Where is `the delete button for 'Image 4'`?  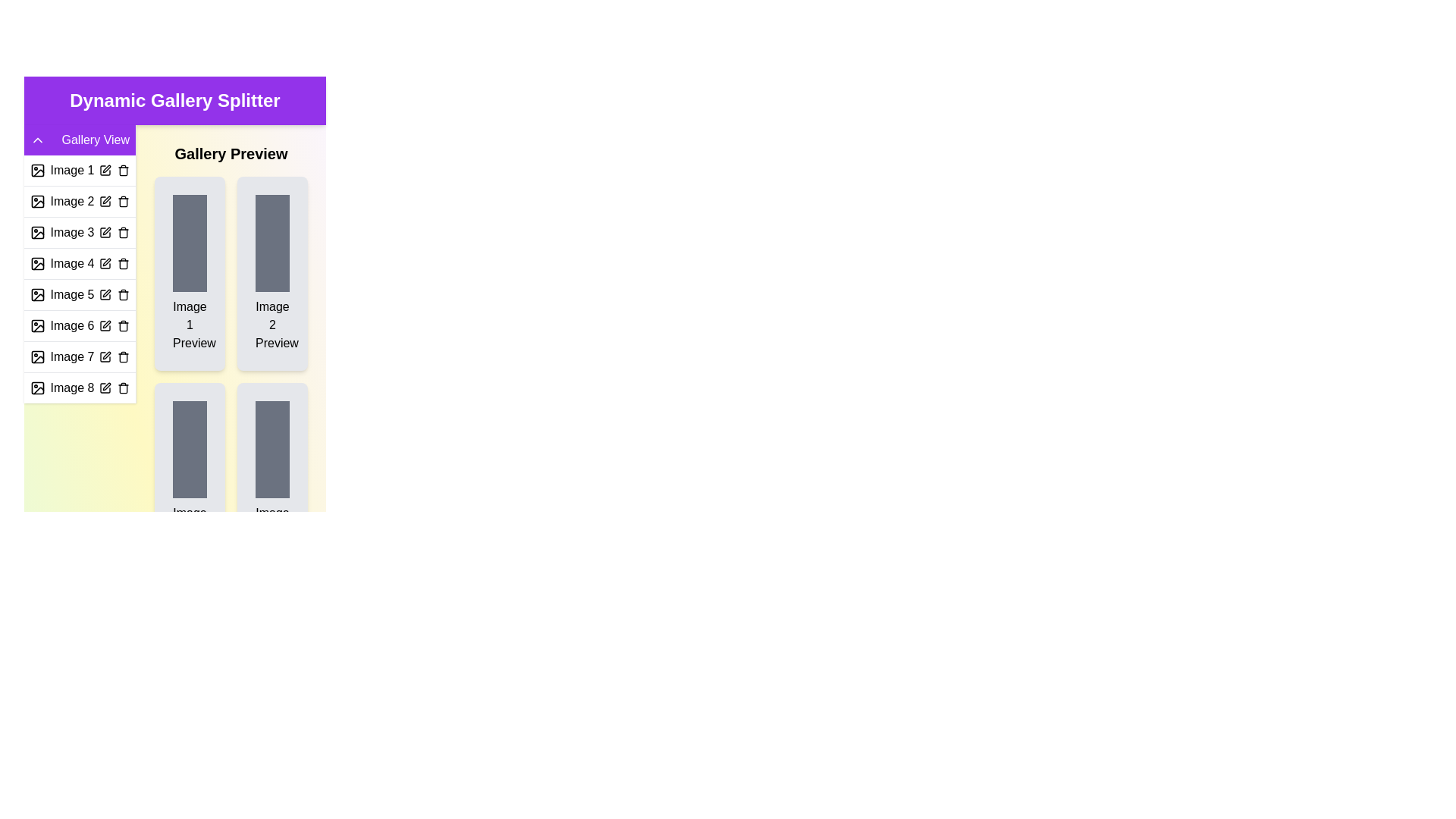
the delete button for 'Image 4' is located at coordinates (124, 262).